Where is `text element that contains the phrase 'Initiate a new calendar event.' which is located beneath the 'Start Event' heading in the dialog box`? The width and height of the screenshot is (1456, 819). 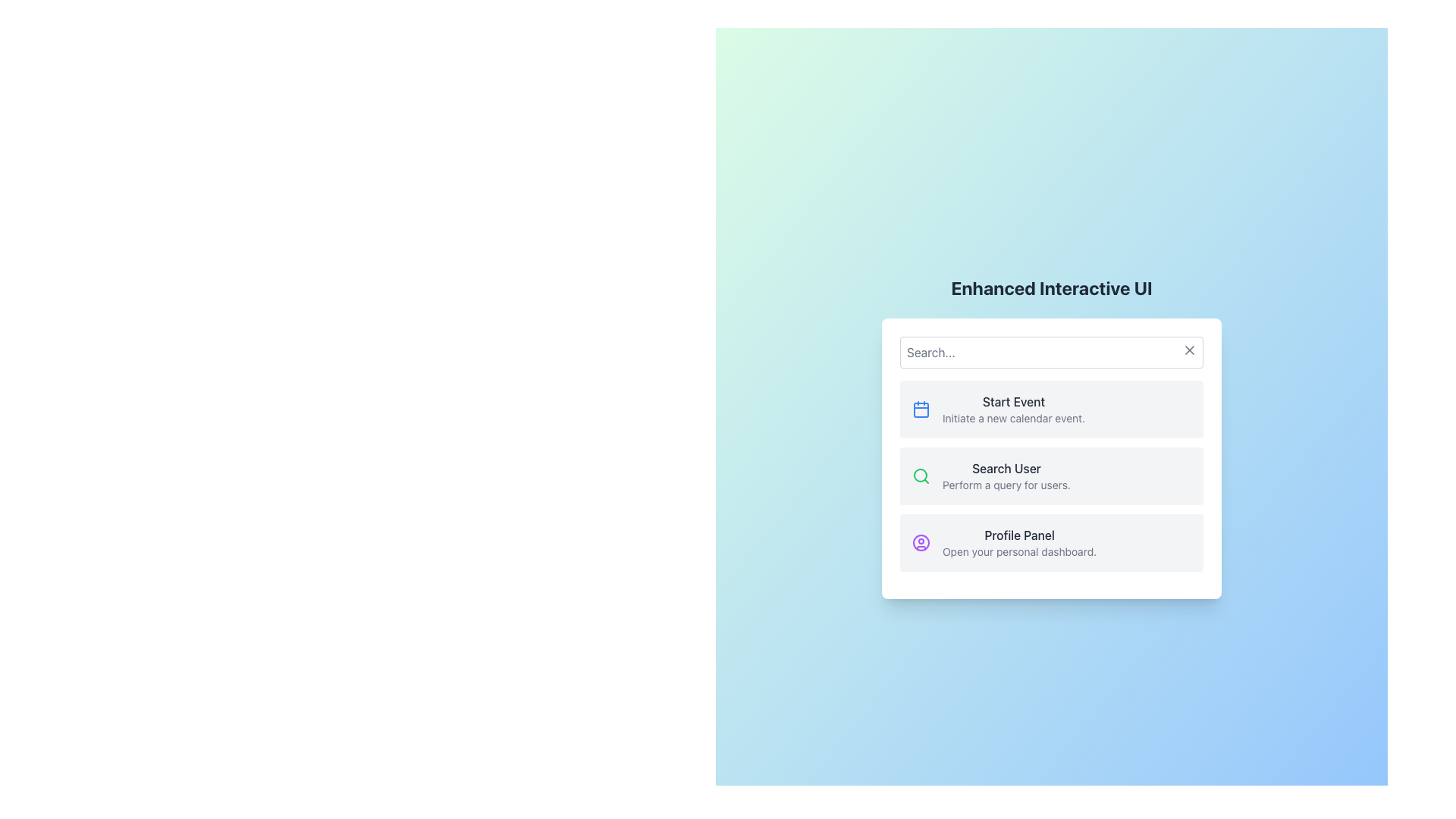 text element that contains the phrase 'Initiate a new calendar event.' which is located beneath the 'Start Event' heading in the dialog box is located at coordinates (1014, 418).